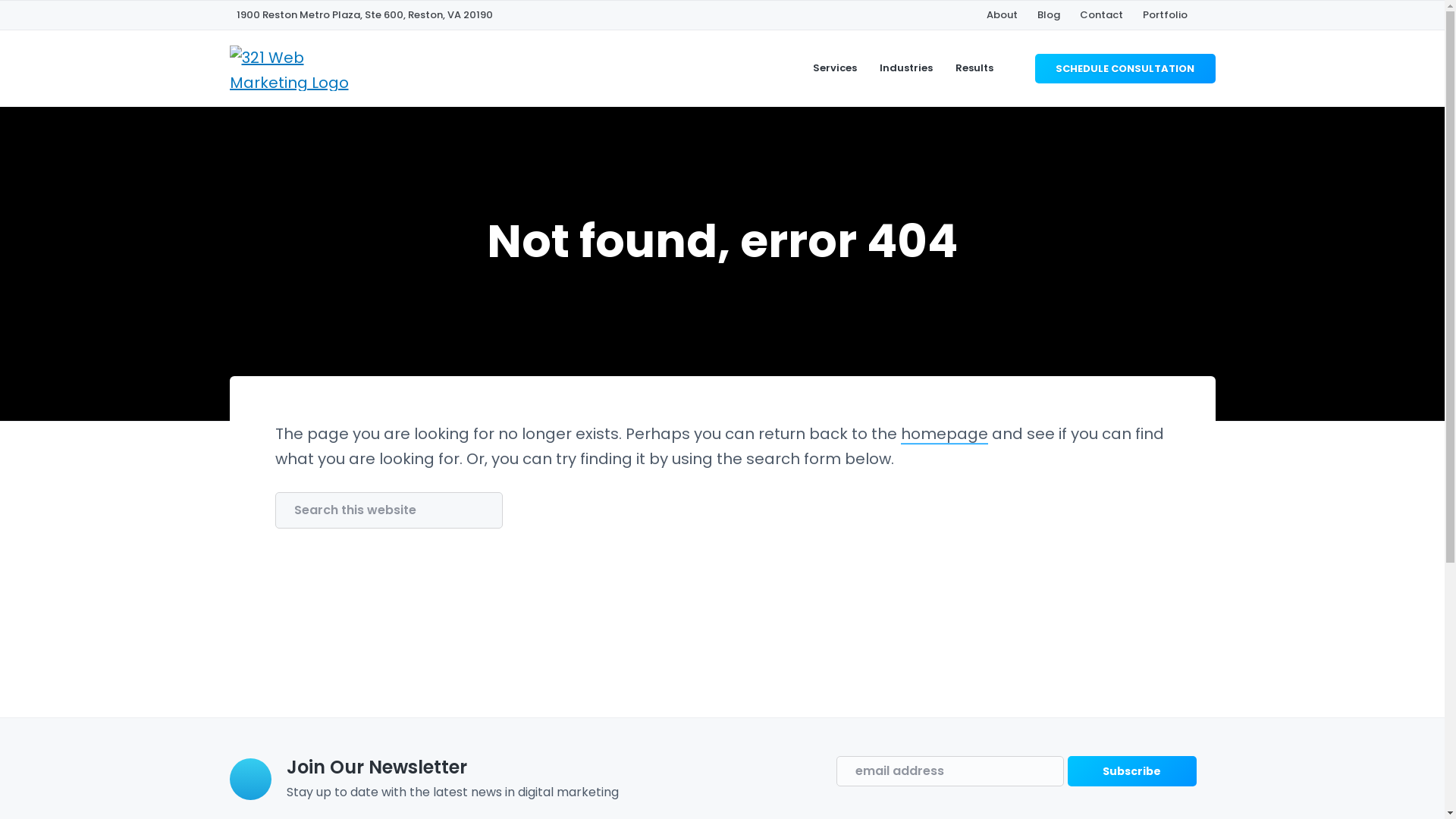 Image resolution: width=1456 pixels, height=819 pixels. Describe the element at coordinates (906, 67) in the screenshot. I see `'Industries'` at that location.